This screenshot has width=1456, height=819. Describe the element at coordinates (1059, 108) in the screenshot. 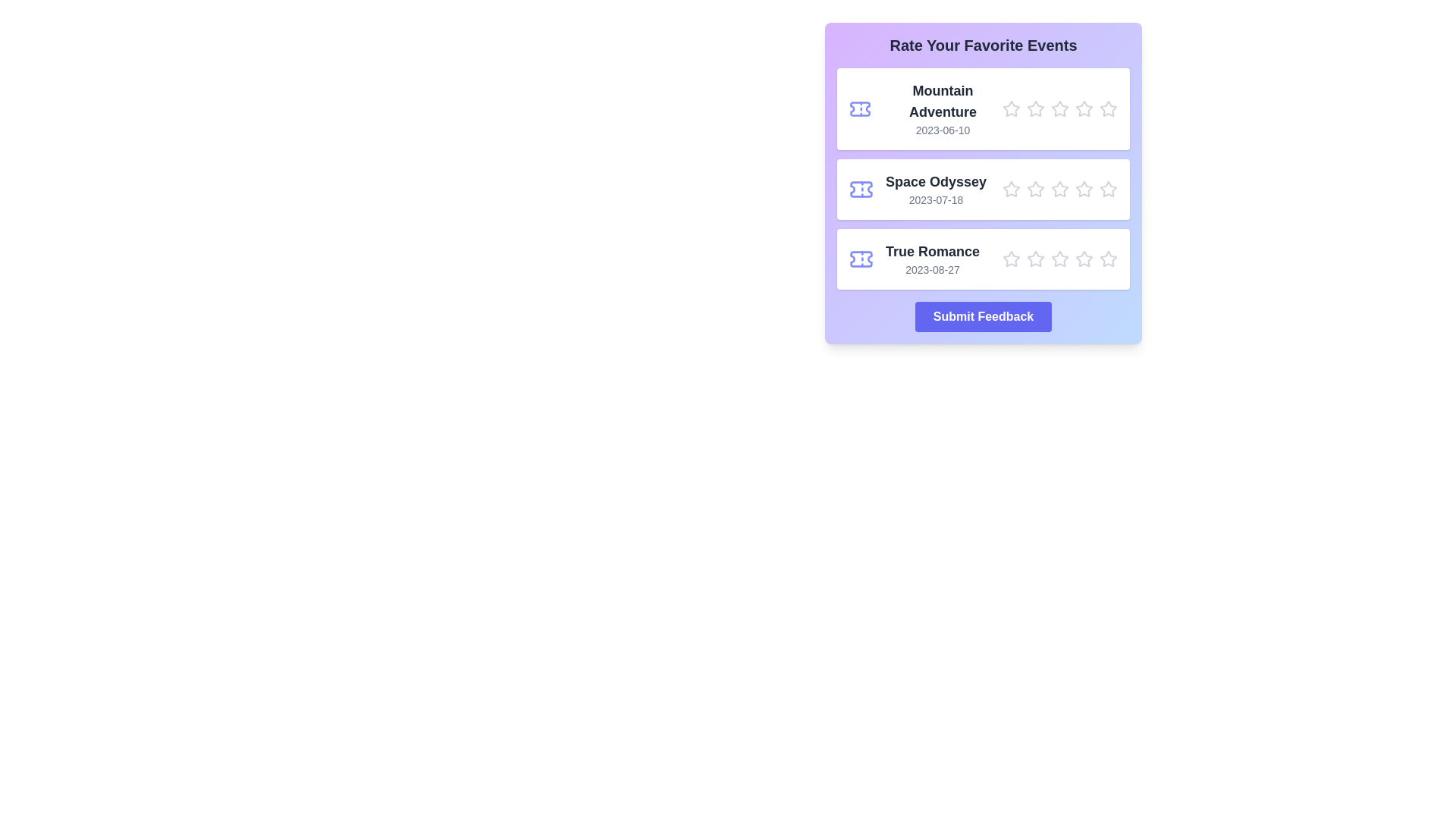

I see `the star corresponding to the rating 3 for the movie Mountain Adventure` at that location.